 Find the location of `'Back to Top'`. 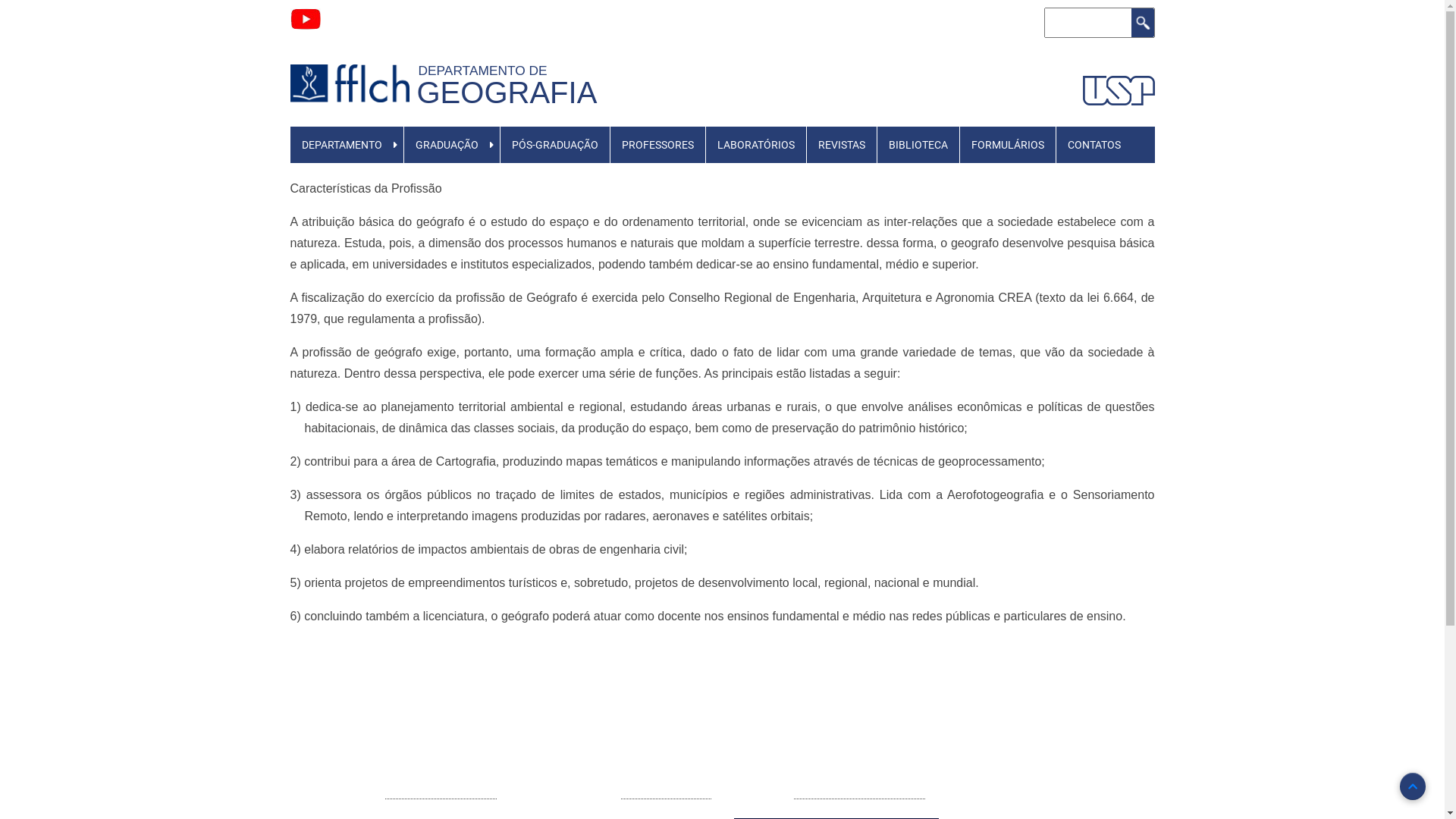

'Back to Top' is located at coordinates (1411, 786).